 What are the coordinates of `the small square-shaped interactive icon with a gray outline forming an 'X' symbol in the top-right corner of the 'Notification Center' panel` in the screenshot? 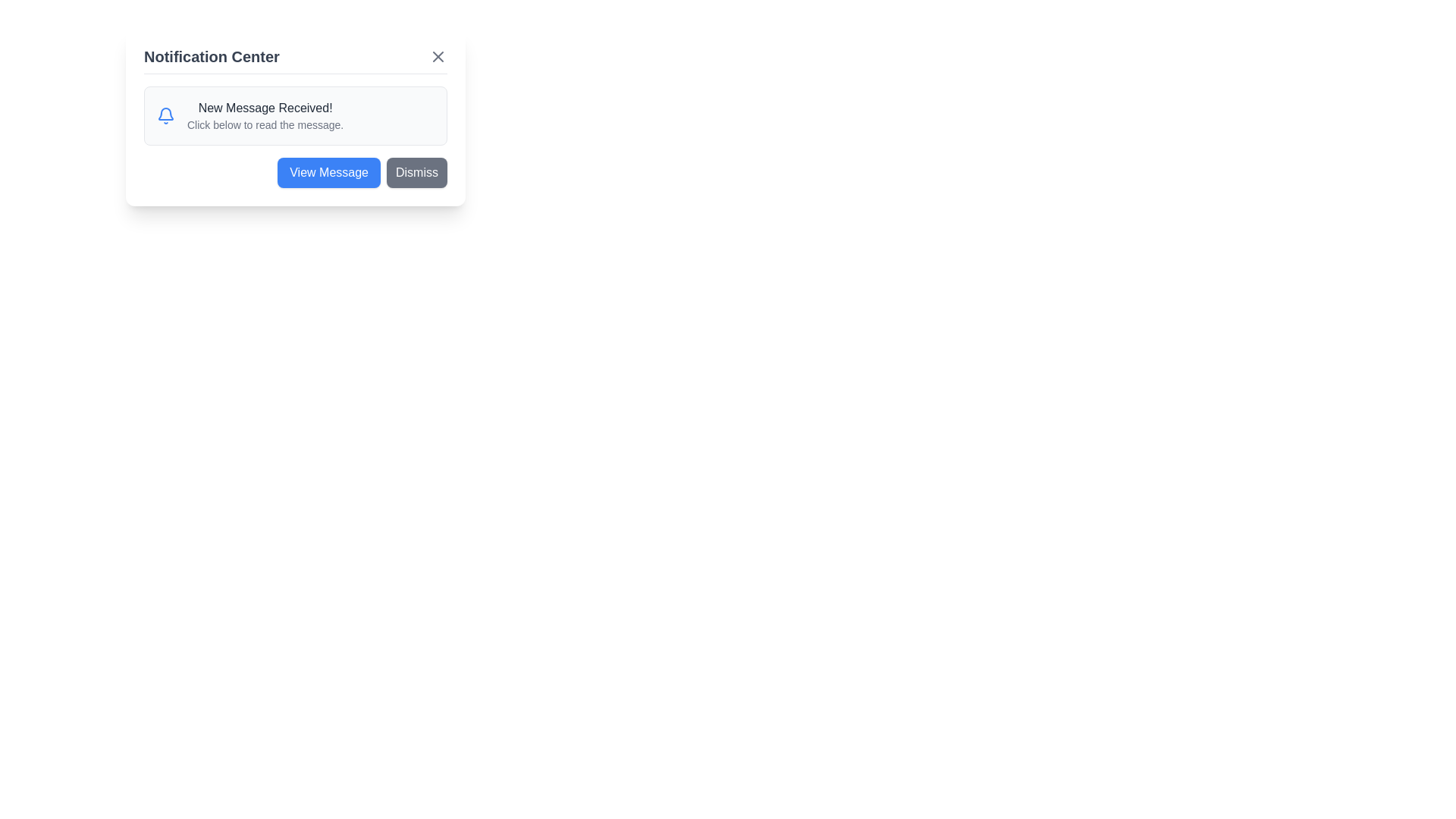 It's located at (437, 55).